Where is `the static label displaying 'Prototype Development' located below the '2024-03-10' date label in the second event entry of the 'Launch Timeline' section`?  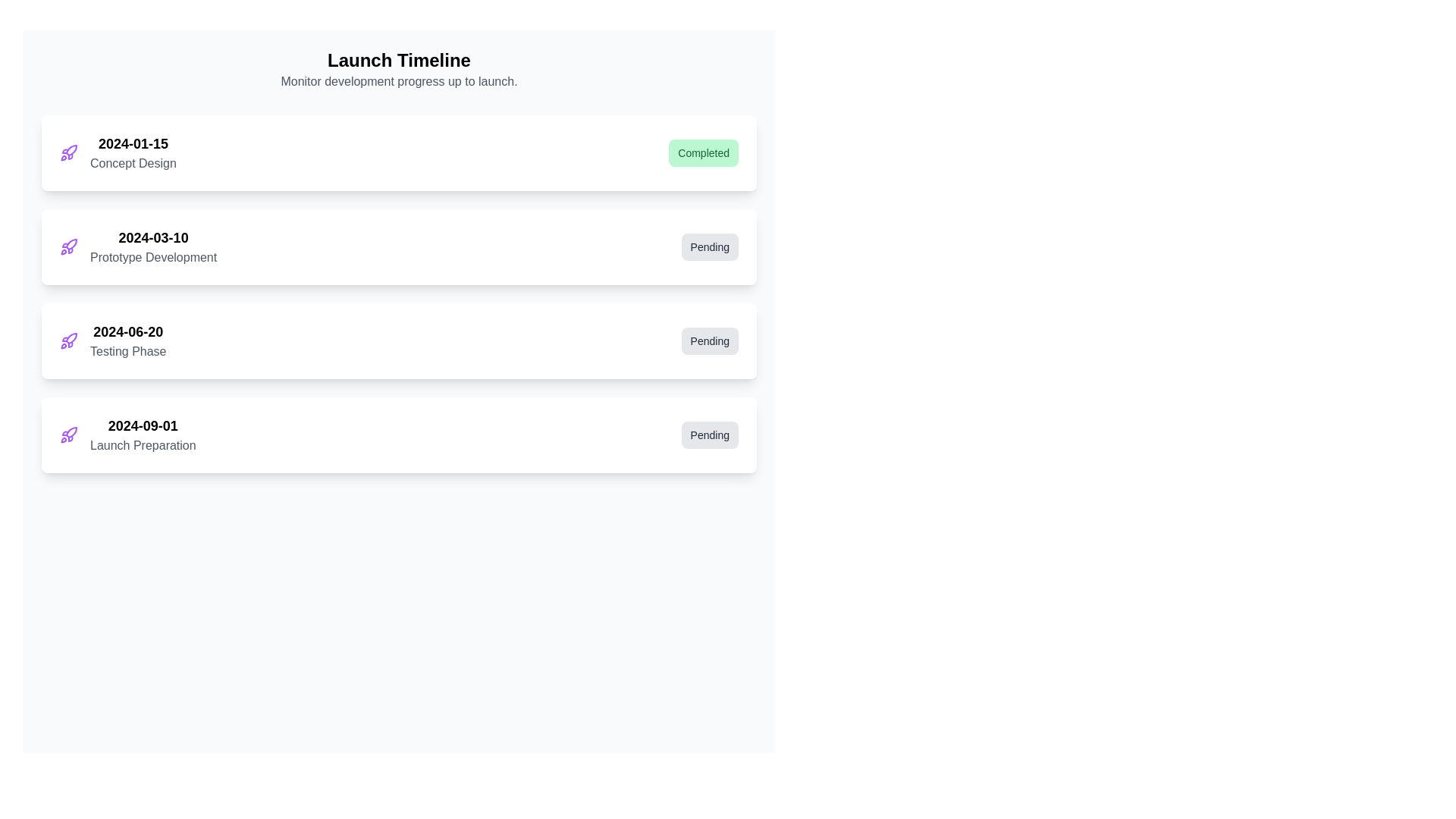 the static label displaying 'Prototype Development' located below the '2024-03-10' date label in the second event entry of the 'Launch Timeline' section is located at coordinates (153, 256).